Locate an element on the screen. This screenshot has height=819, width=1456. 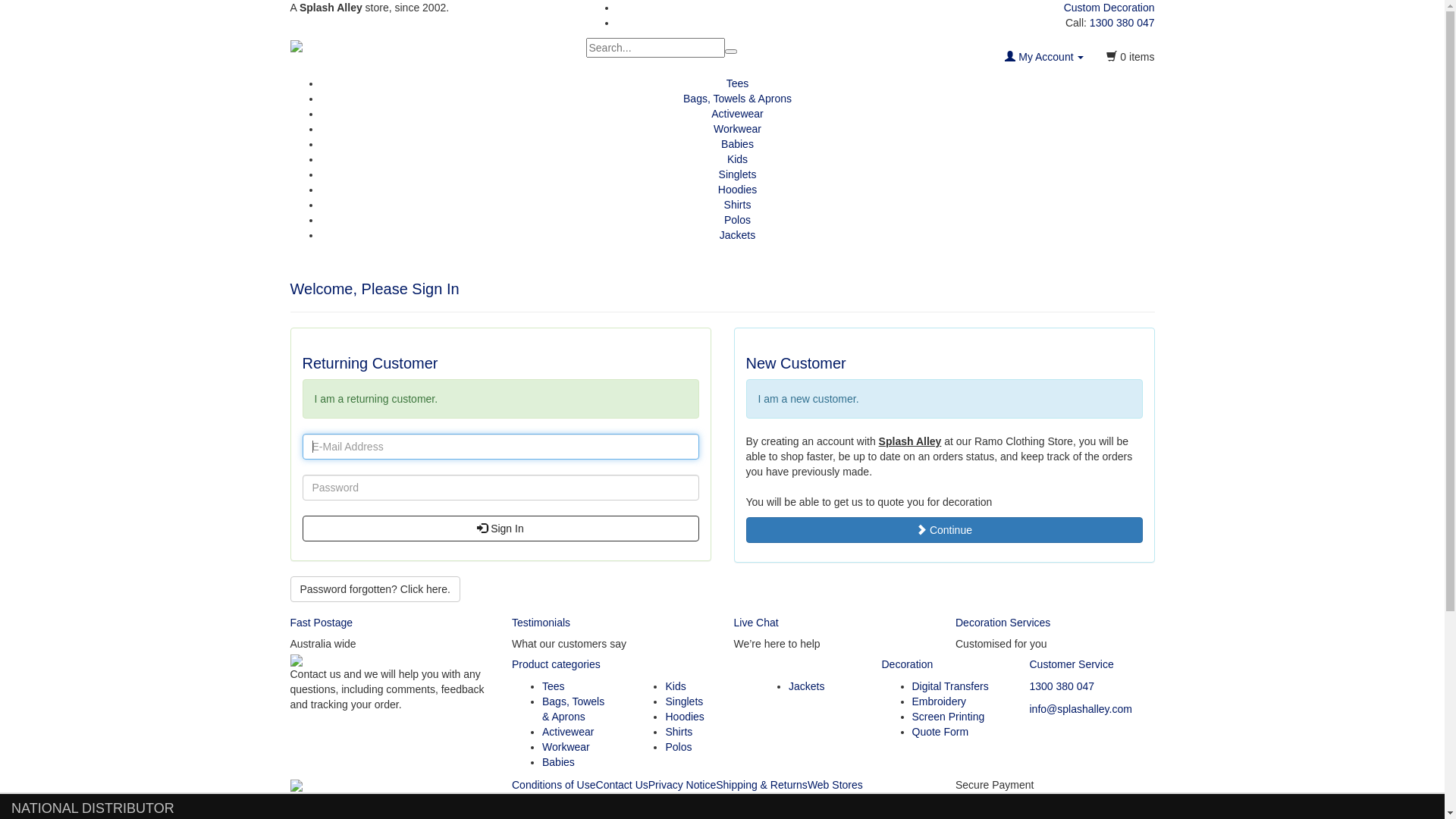
'1300 380 047' is located at coordinates (1088, 23).